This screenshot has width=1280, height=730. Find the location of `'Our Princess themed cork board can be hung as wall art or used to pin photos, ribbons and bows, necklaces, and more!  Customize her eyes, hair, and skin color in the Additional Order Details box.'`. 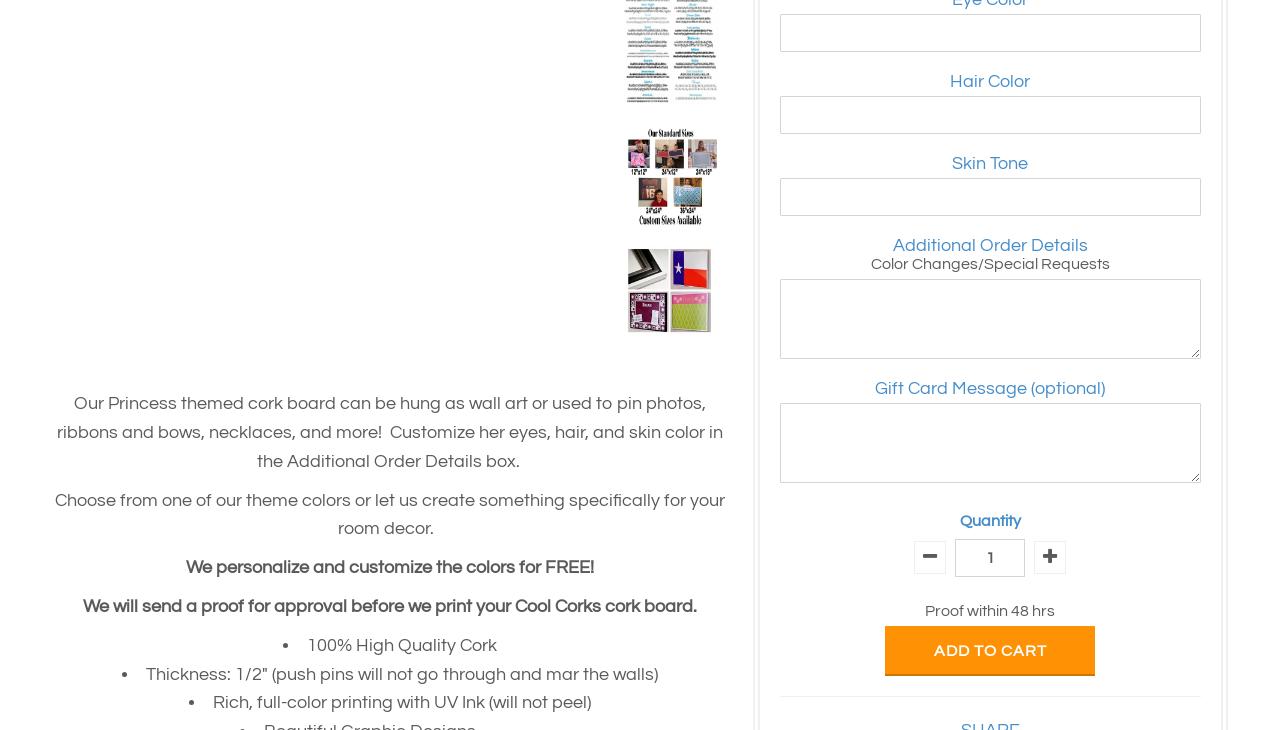

'Our Princess themed cork board can be hung as wall art or used to pin photos, ribbons and bows, necklaces, and more!  Customize her eyes, hair, and skin color in the Additional Order Details box.' is located at coordinates (390, 431).